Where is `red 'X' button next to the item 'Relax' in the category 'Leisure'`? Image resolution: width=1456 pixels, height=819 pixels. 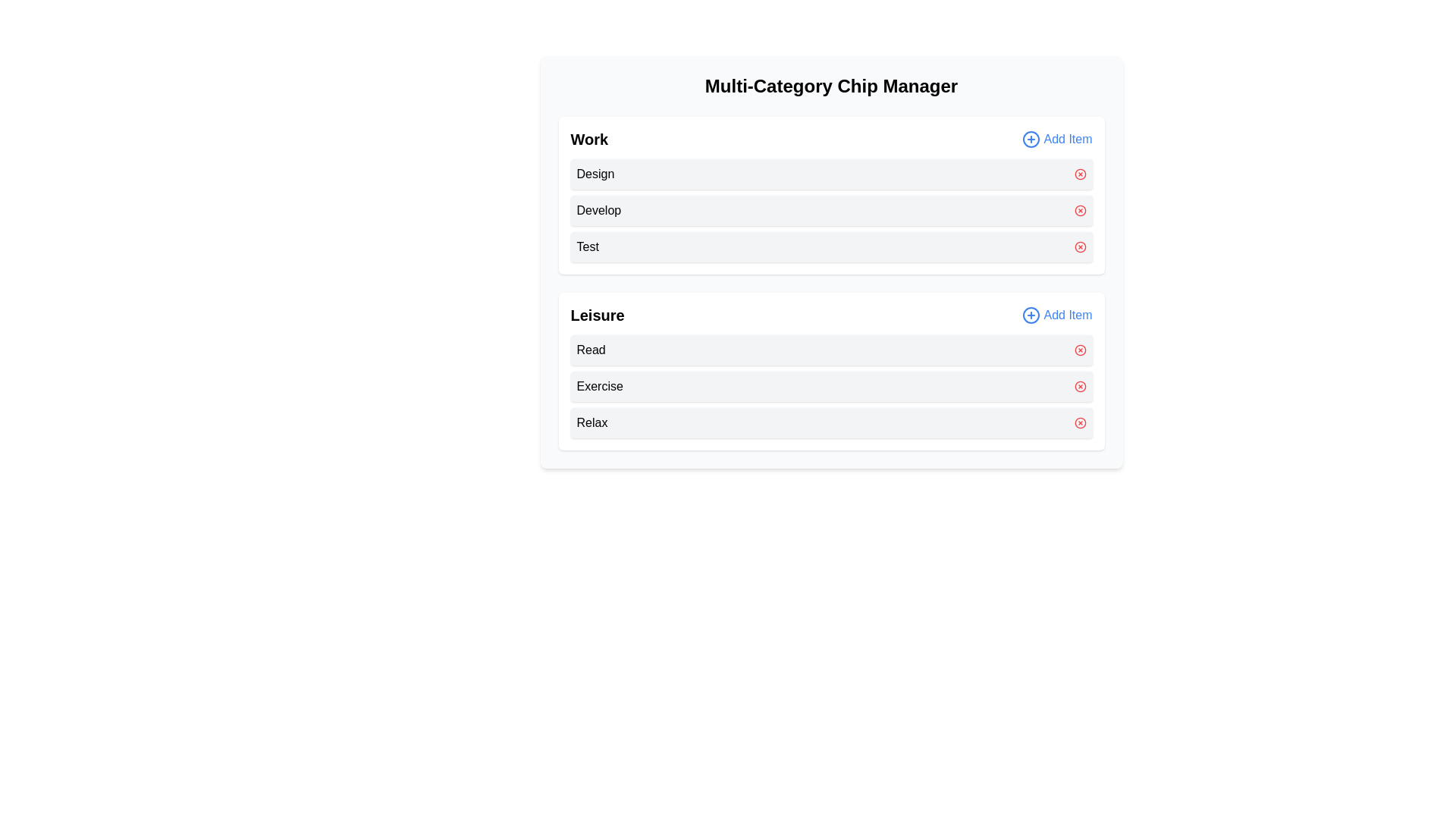
red 'X' button next to the item 'Relax' in the category 'Leisure' is located at coordinates (1079, 423).